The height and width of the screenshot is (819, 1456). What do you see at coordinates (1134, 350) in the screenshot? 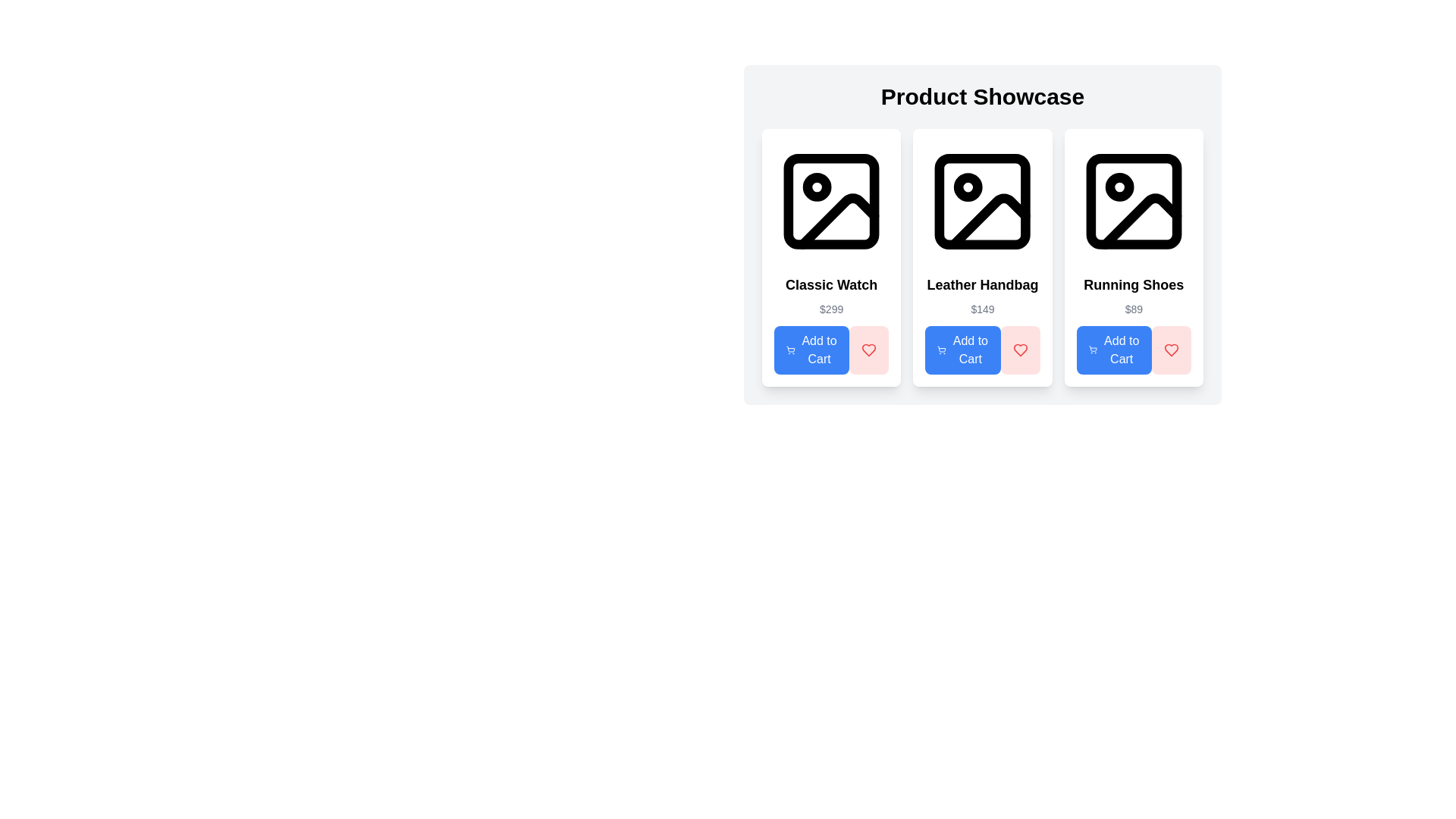
I see `the 'Add to Cart' button with a blue background and shopping cart icon located at the lower part of the 'Running Shoes' product card` at bounding box center [1134, 350].